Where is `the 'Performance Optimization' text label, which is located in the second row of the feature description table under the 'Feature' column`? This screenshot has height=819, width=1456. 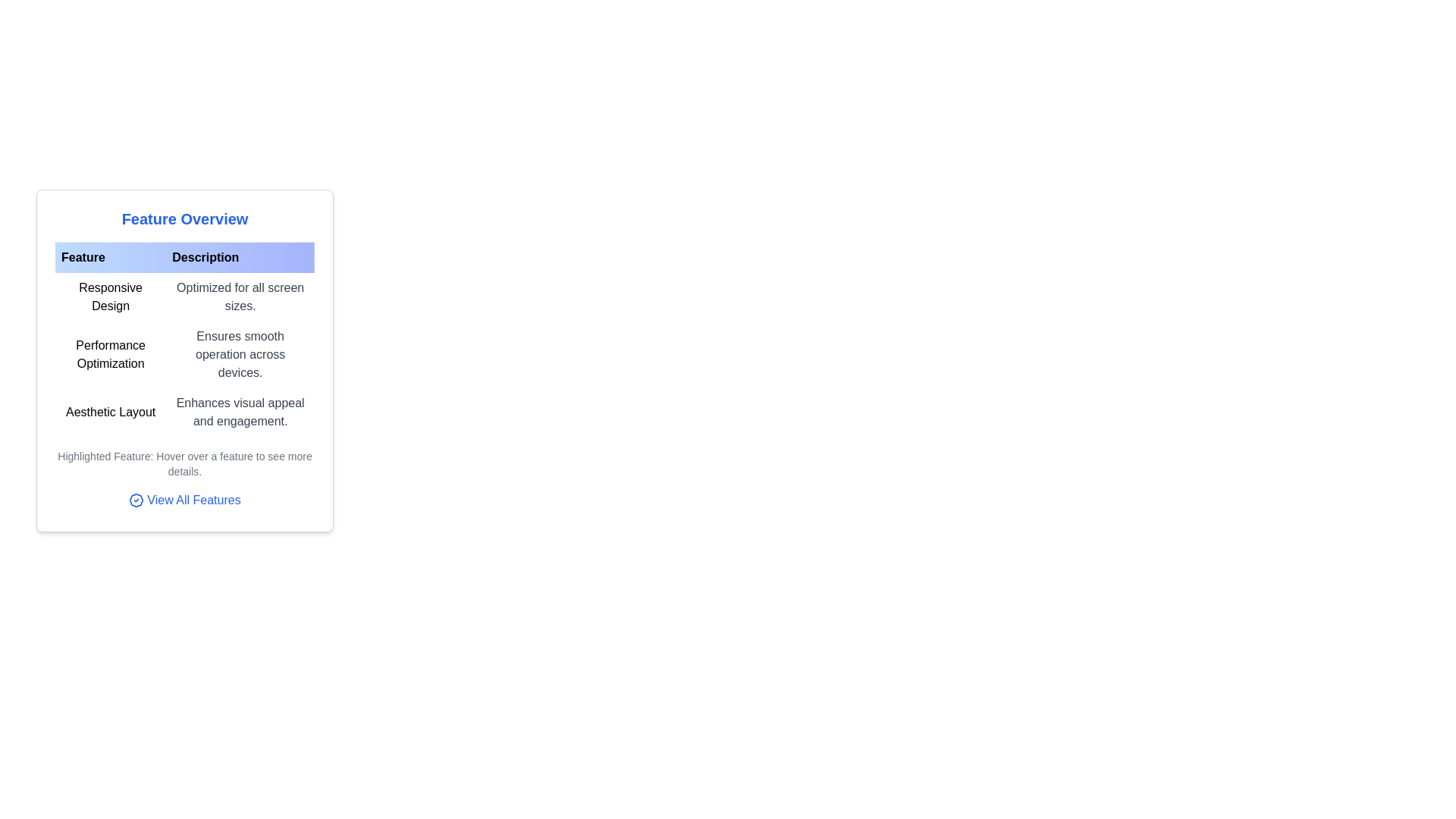
the 'Performance Optimization' text label, which is located in the second row of the feature description table under the 'Feature' column is located at coordinates (110, 354).